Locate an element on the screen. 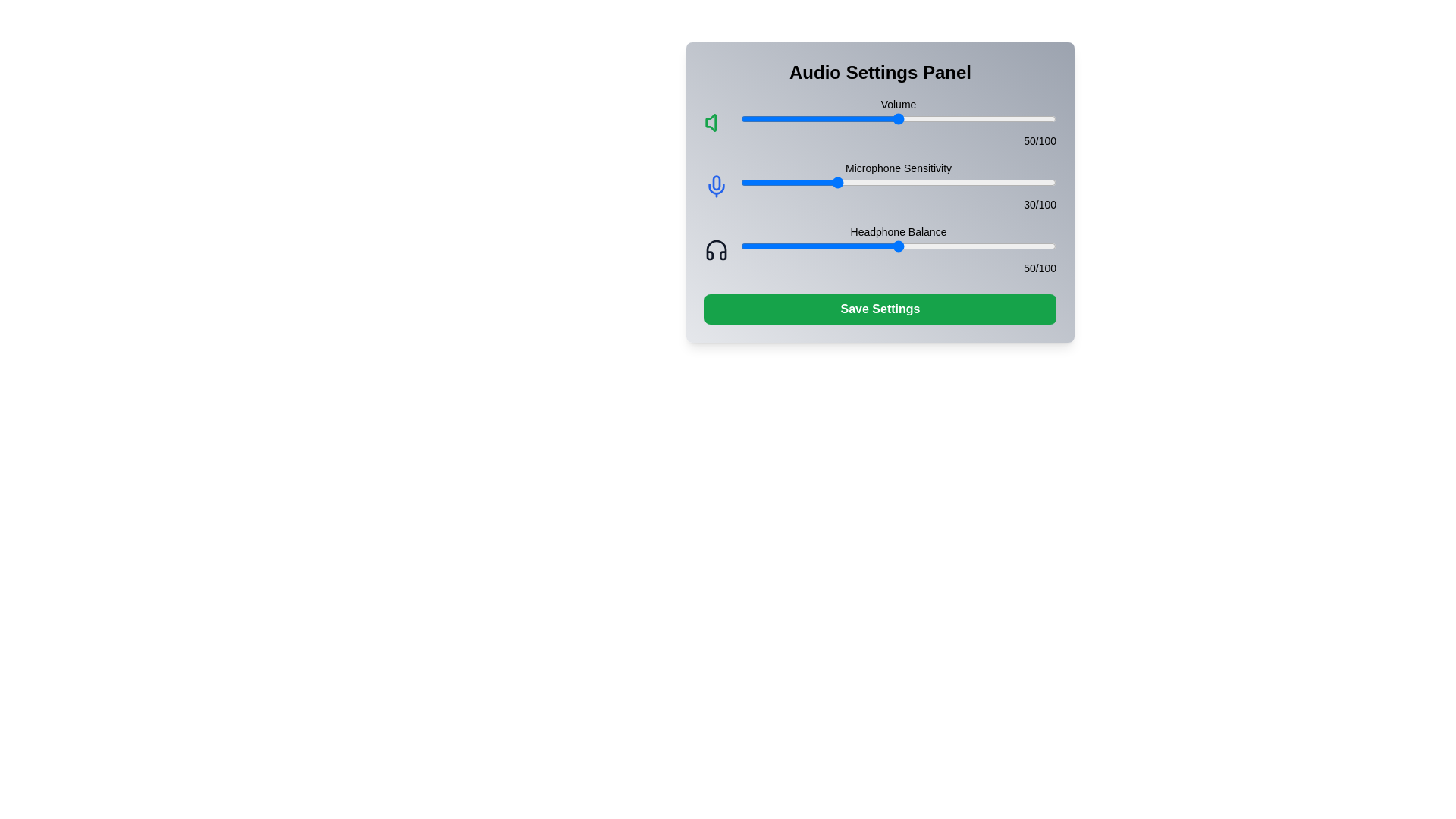 The width and height of the screenshot is (1456, 819). microphone sensitivity is located at coordinates (854, 181).